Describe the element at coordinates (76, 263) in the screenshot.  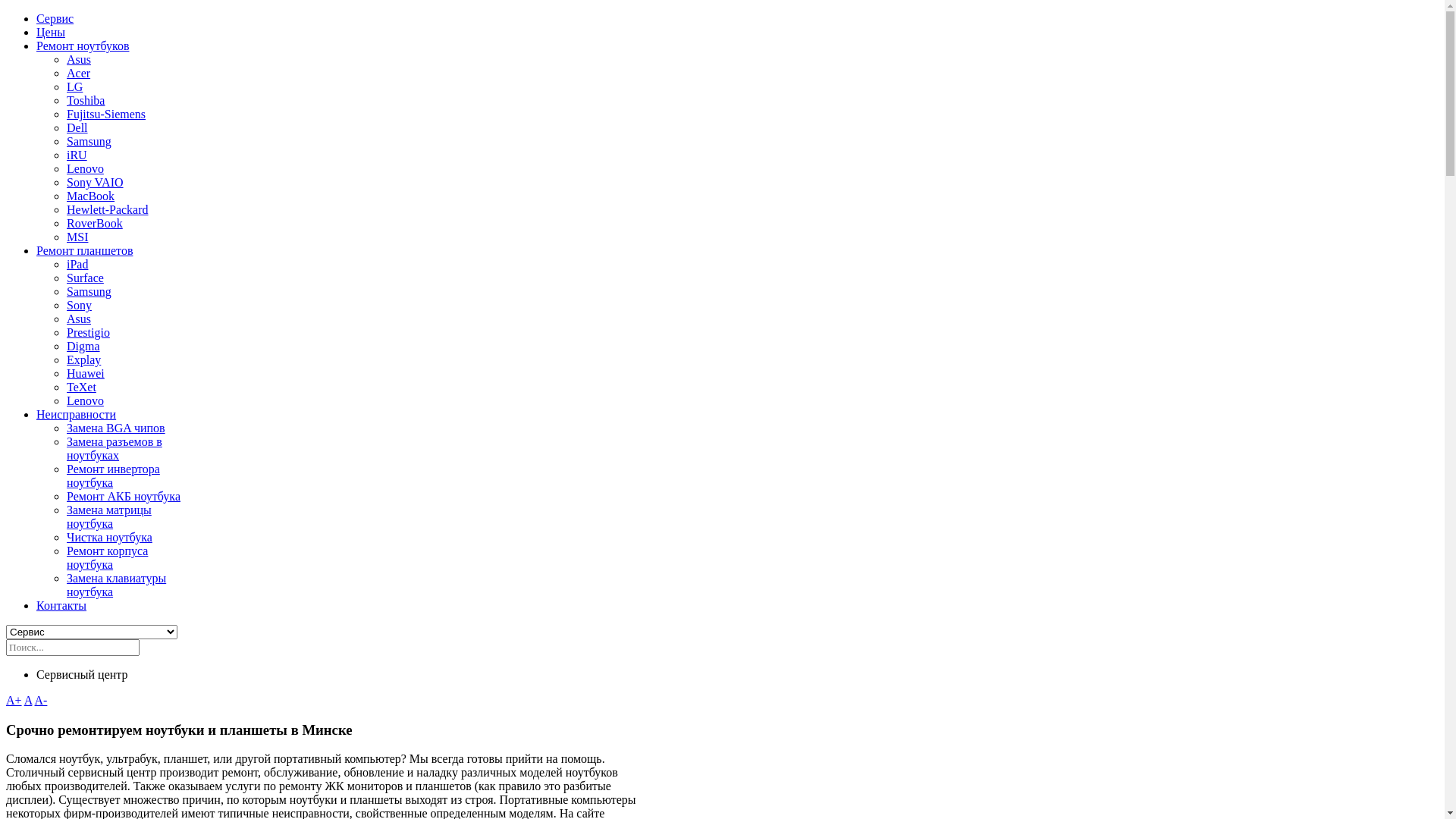
I see `'iPad'` at that location.